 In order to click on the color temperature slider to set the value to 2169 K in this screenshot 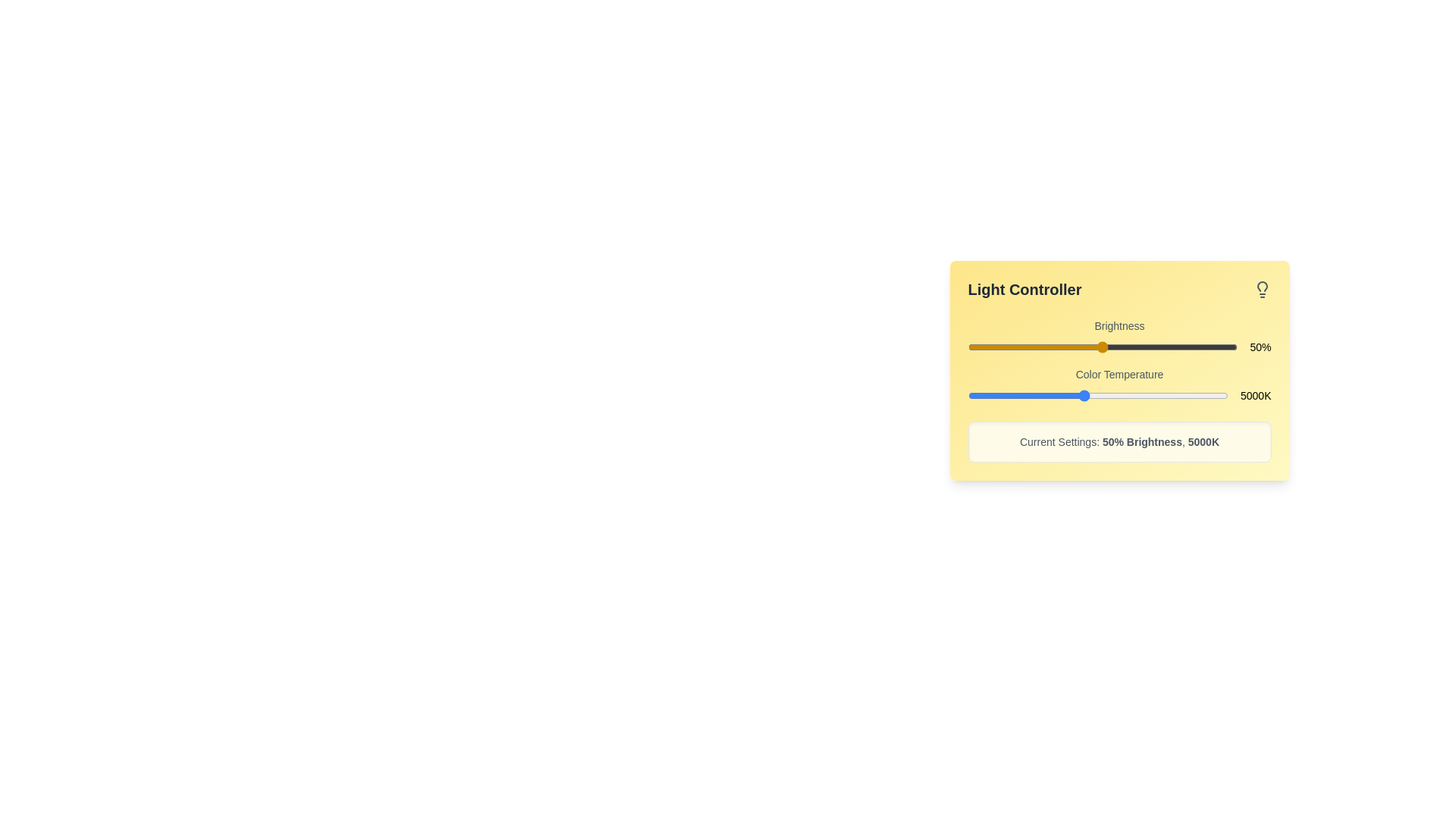, I will do `click(1002, 394)`.